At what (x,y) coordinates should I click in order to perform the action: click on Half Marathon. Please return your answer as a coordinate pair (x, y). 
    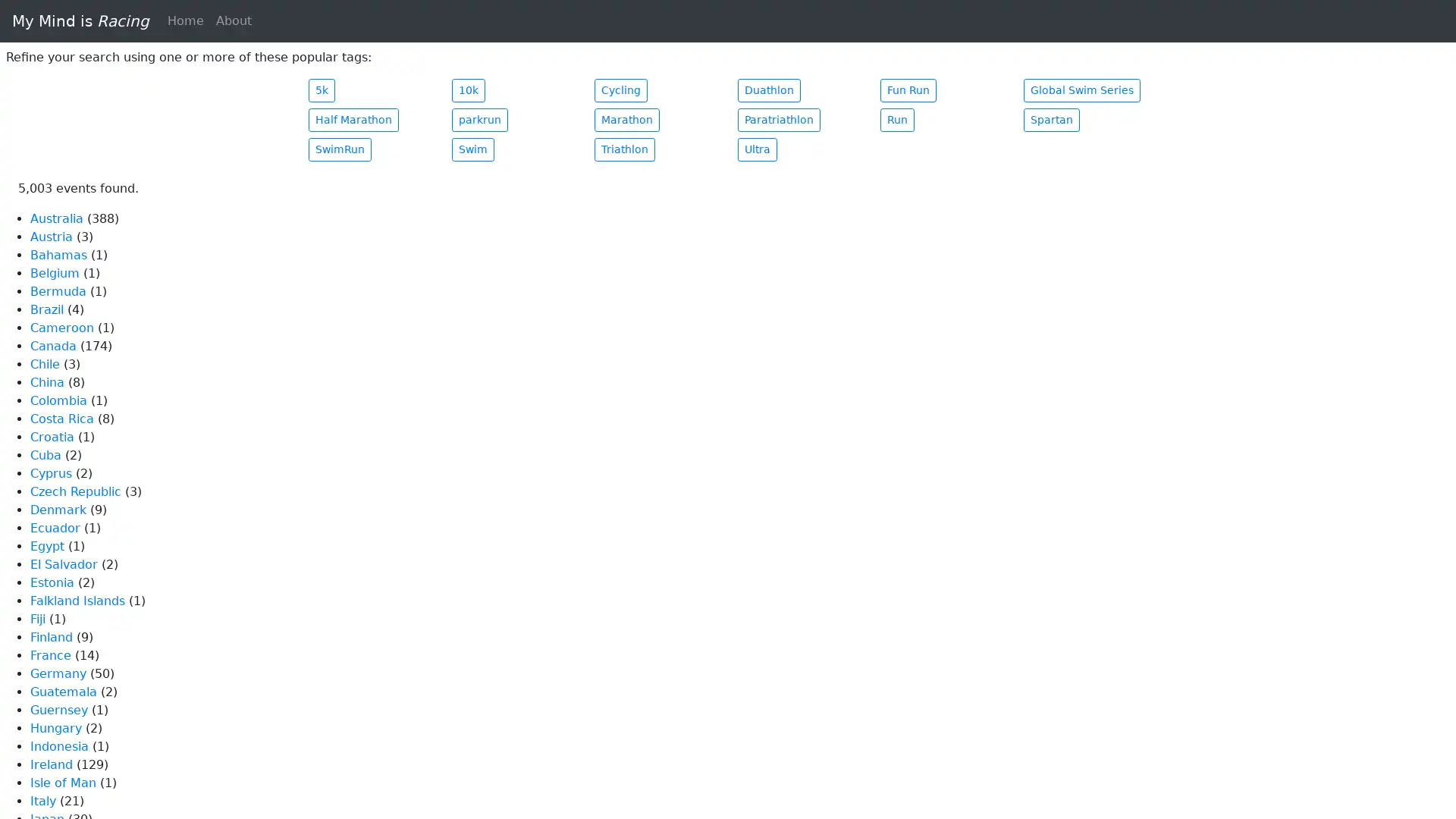
    Looking at the image, I should click on (353, 119).